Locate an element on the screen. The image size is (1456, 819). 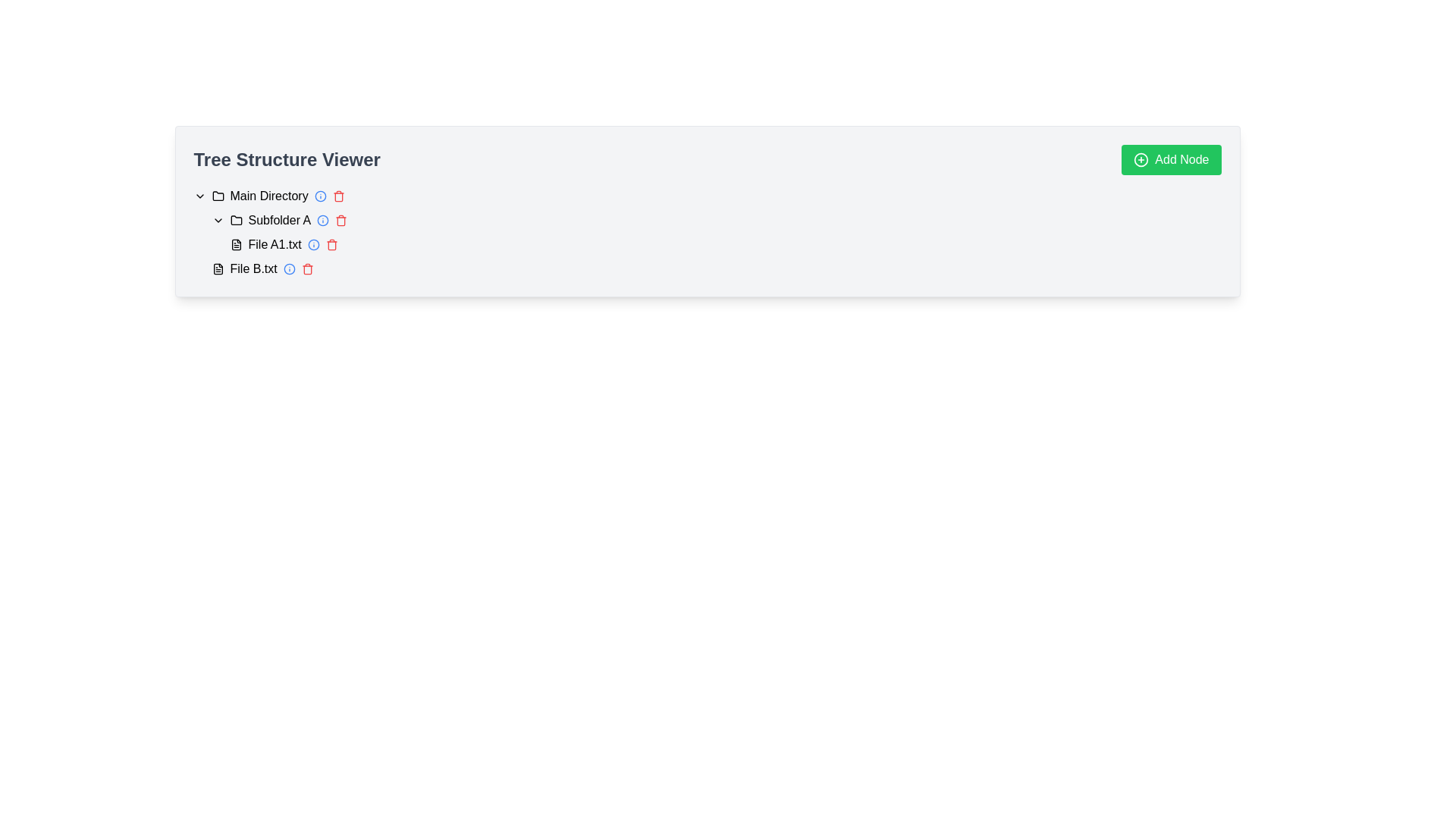
the static text label representing the first subfolder under the 'Main Directory' in the tree structure viewer is located at coordinates (279, 220).